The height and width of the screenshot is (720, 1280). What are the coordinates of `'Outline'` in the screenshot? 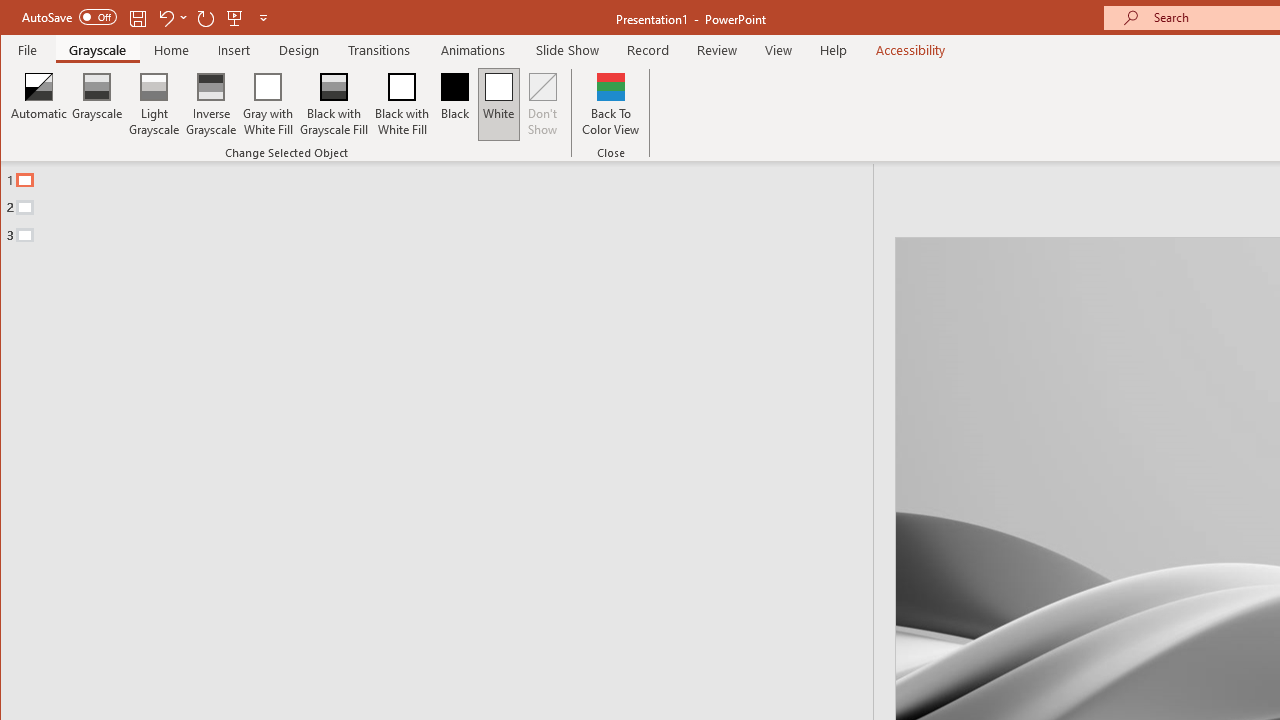 It's located at (444, 203).